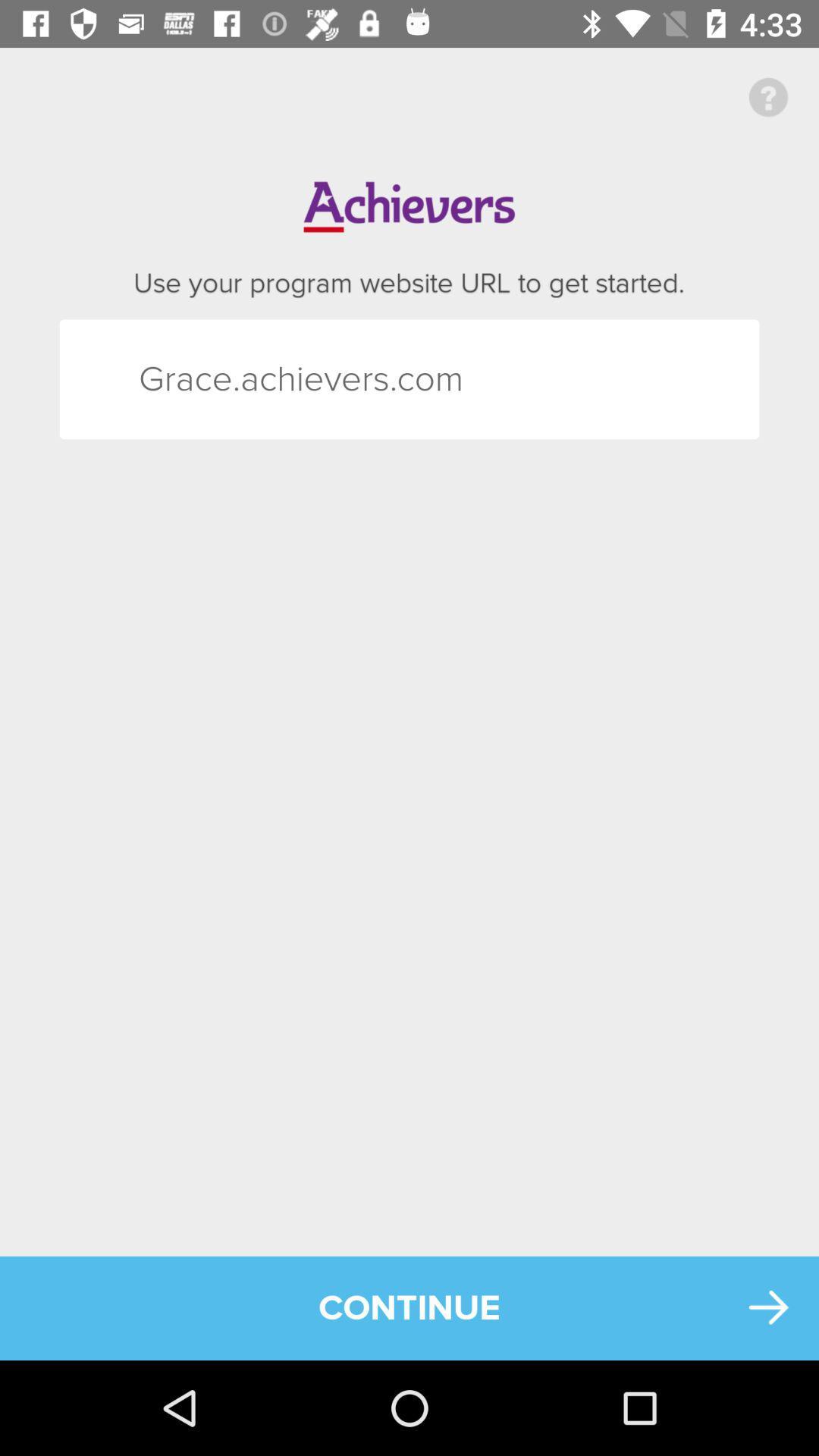  I want to click on icon below grace item, so click(409, 1307).